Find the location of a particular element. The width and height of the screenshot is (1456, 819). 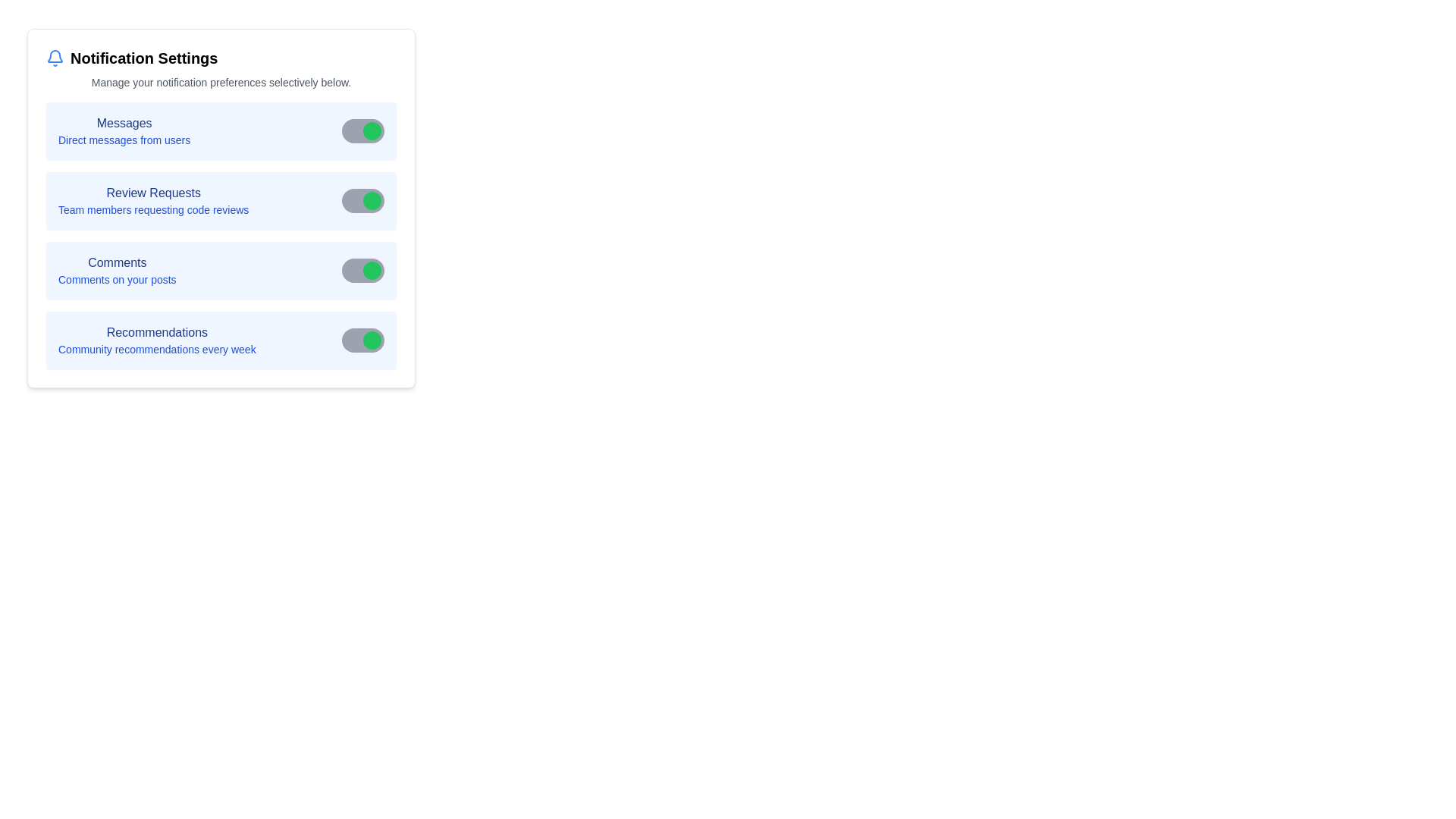

the static text element that serves as the title for the 'Recommendations' section in the 'Notification Settings' panel is located at coordinates (157, 332).